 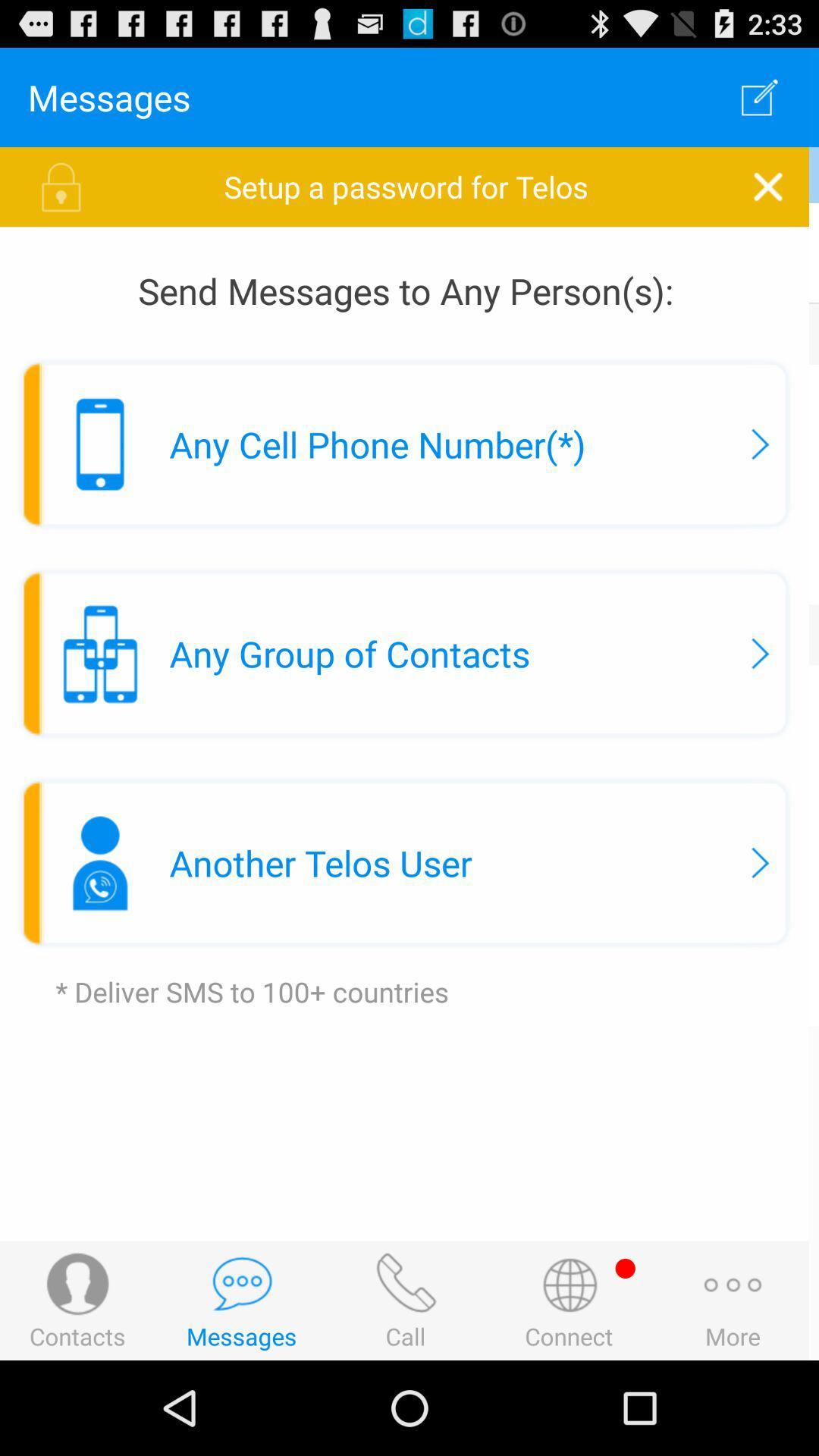 I want to click on the edit icon, so click(x=764, y=103).